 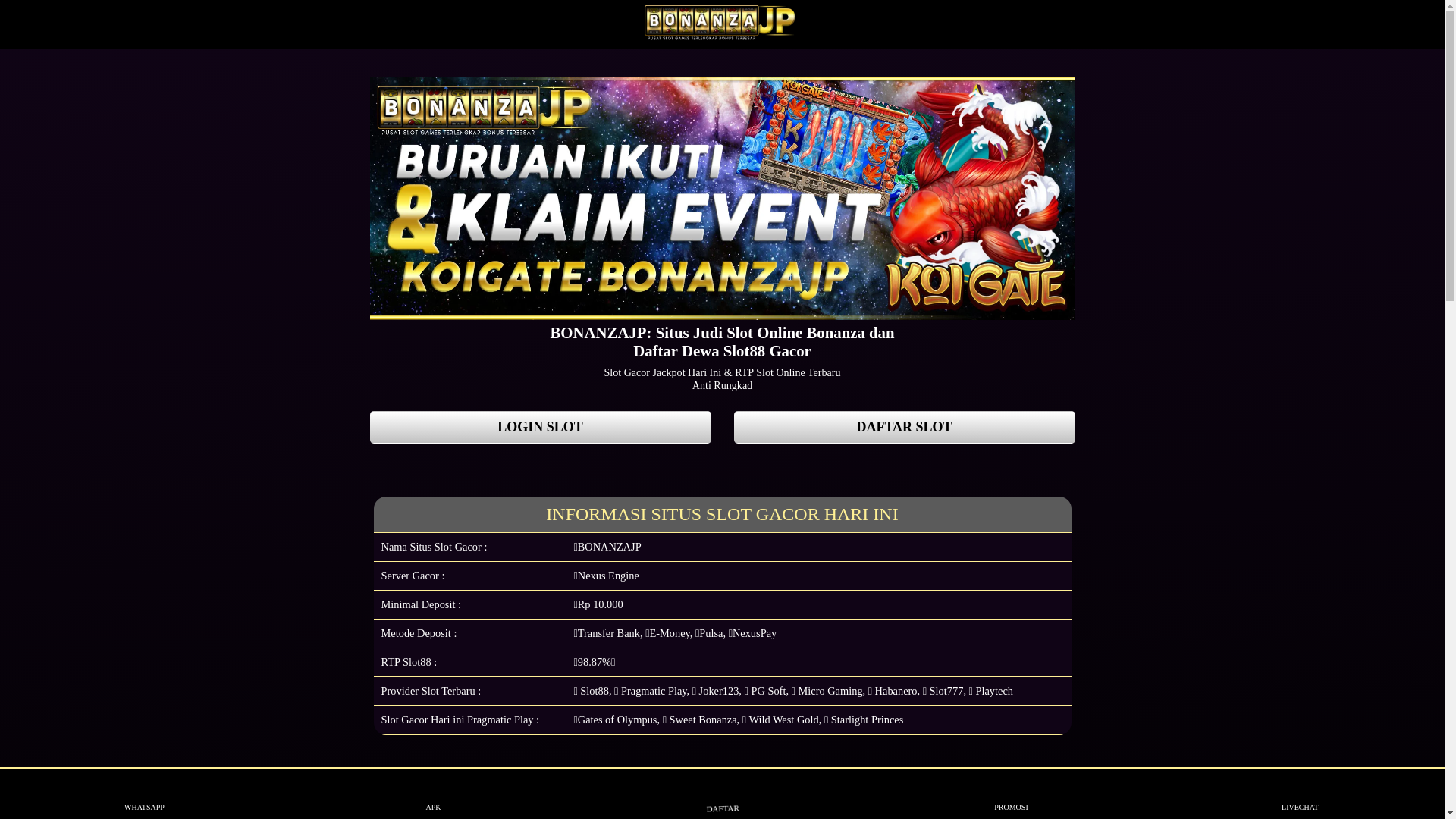 What do you see at coordinates (541, 427) in the screenshot?
I see `'LOGIN SLOT'` at bounding box center [541, 427].